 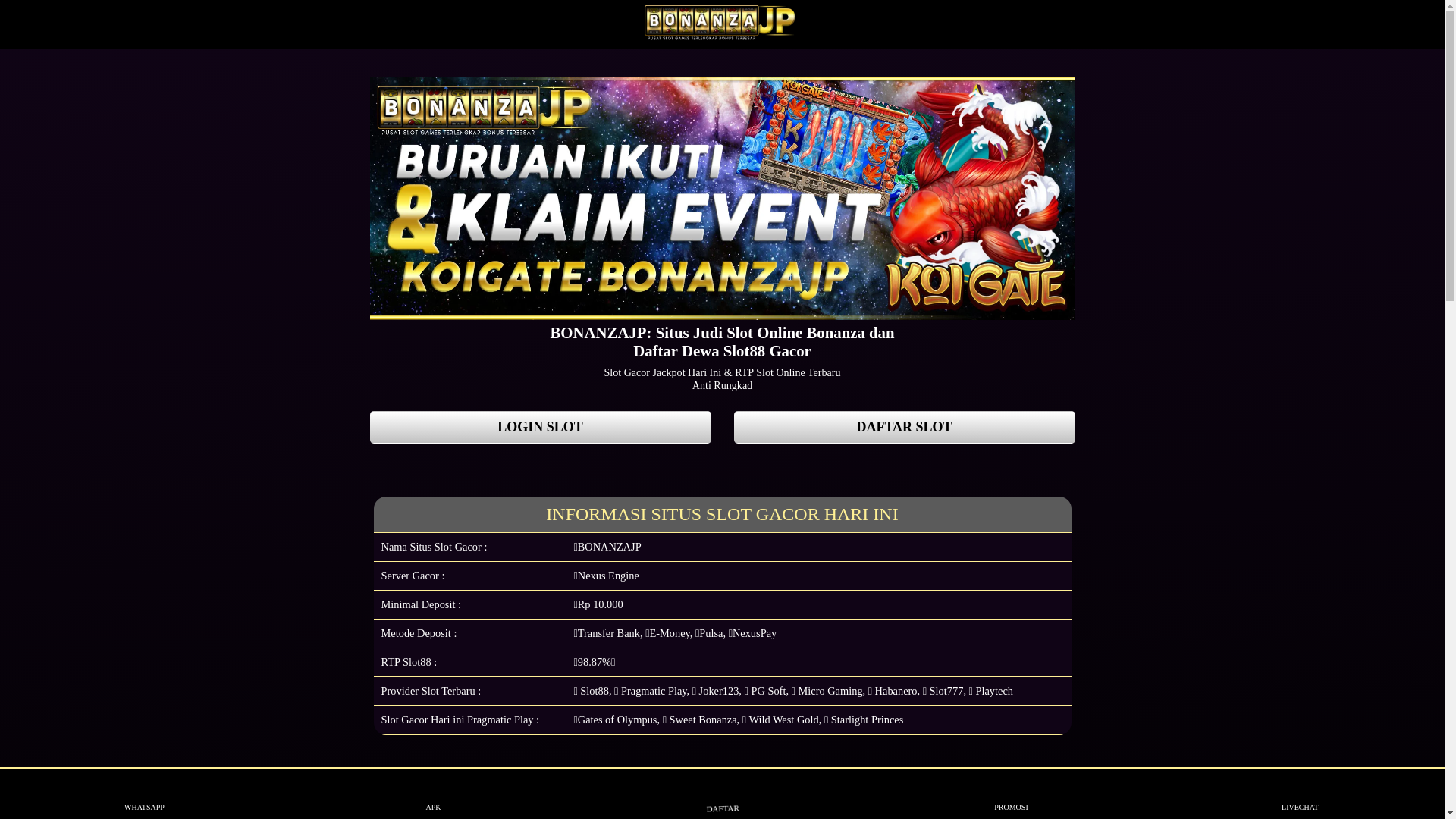 What do you see at coordinates (541, 427) in the screenshot?
I see `'LOGIN SLOT'` at bounding box center [541, 427].